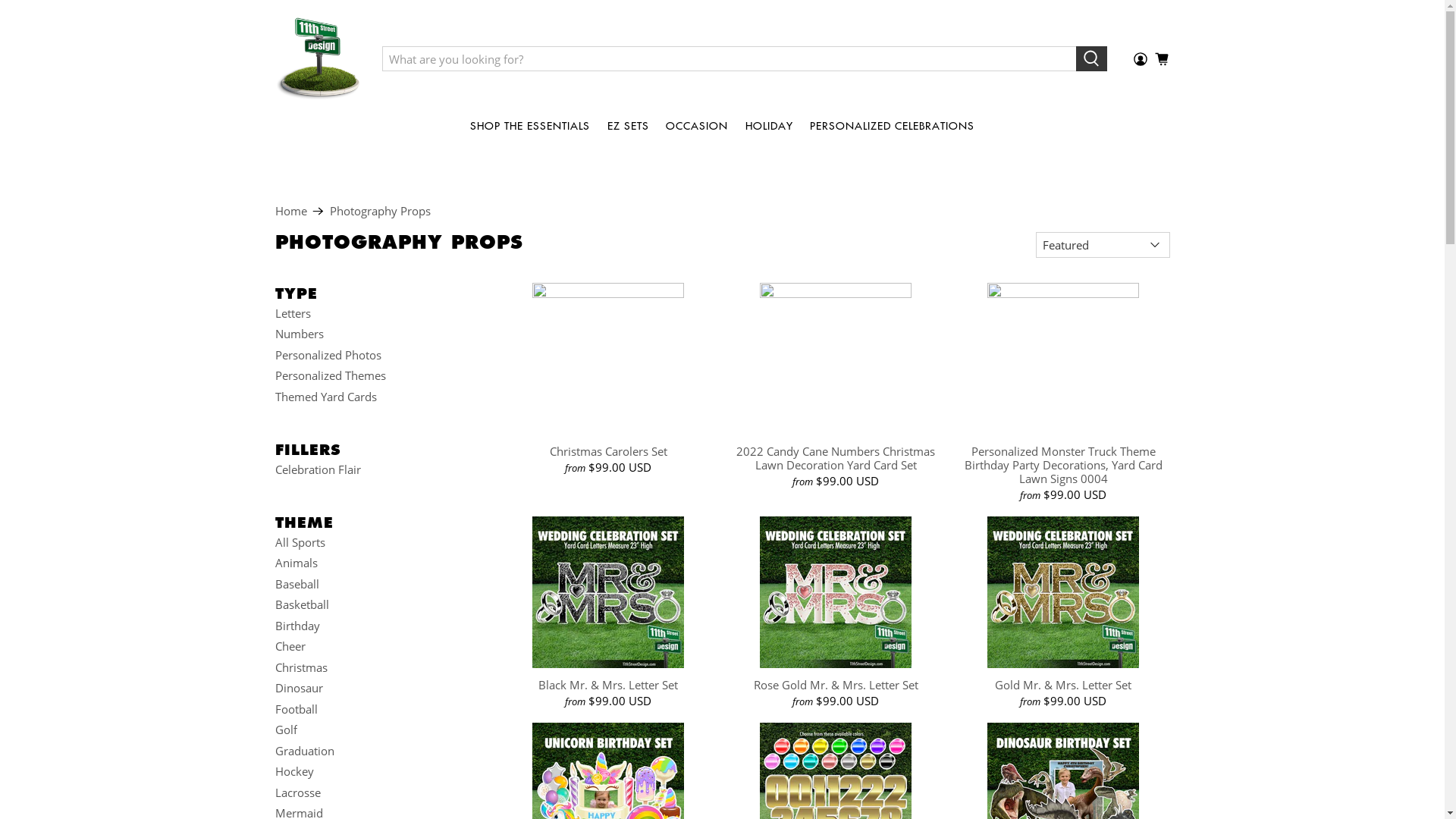  I want to click on 'EZ SETS', so click(628, 124).